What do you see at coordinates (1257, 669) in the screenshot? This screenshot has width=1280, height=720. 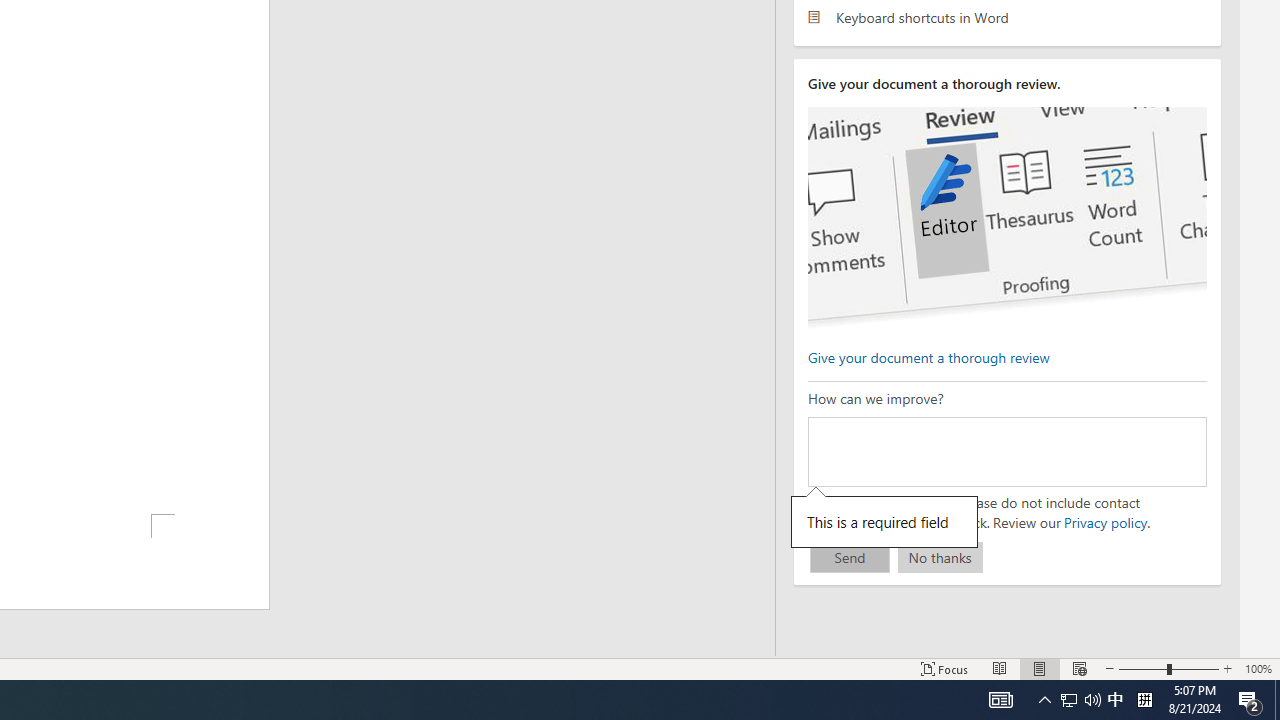 I see `'Zoom 100%'` at bounding box center [1257, 669].